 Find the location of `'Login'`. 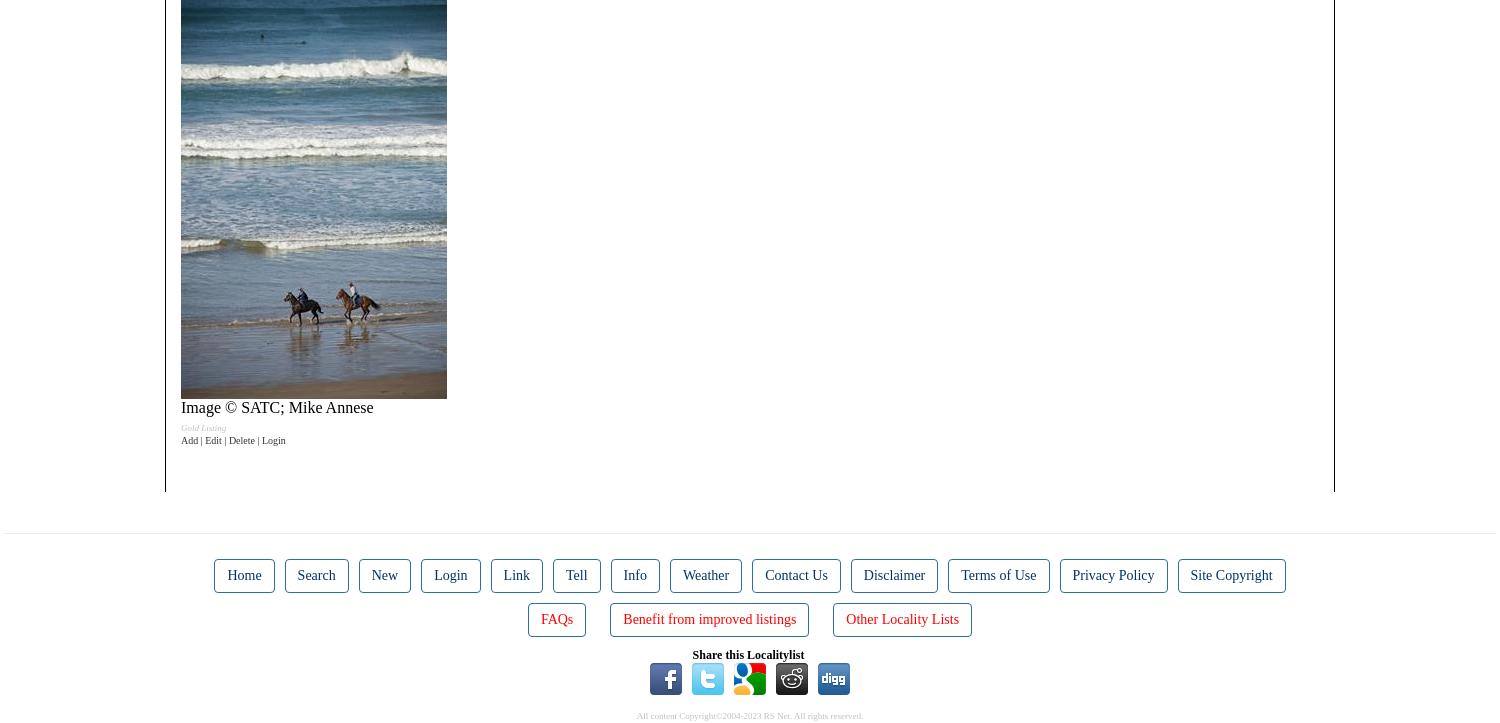

'Login' is located at coordinates (449, 574).